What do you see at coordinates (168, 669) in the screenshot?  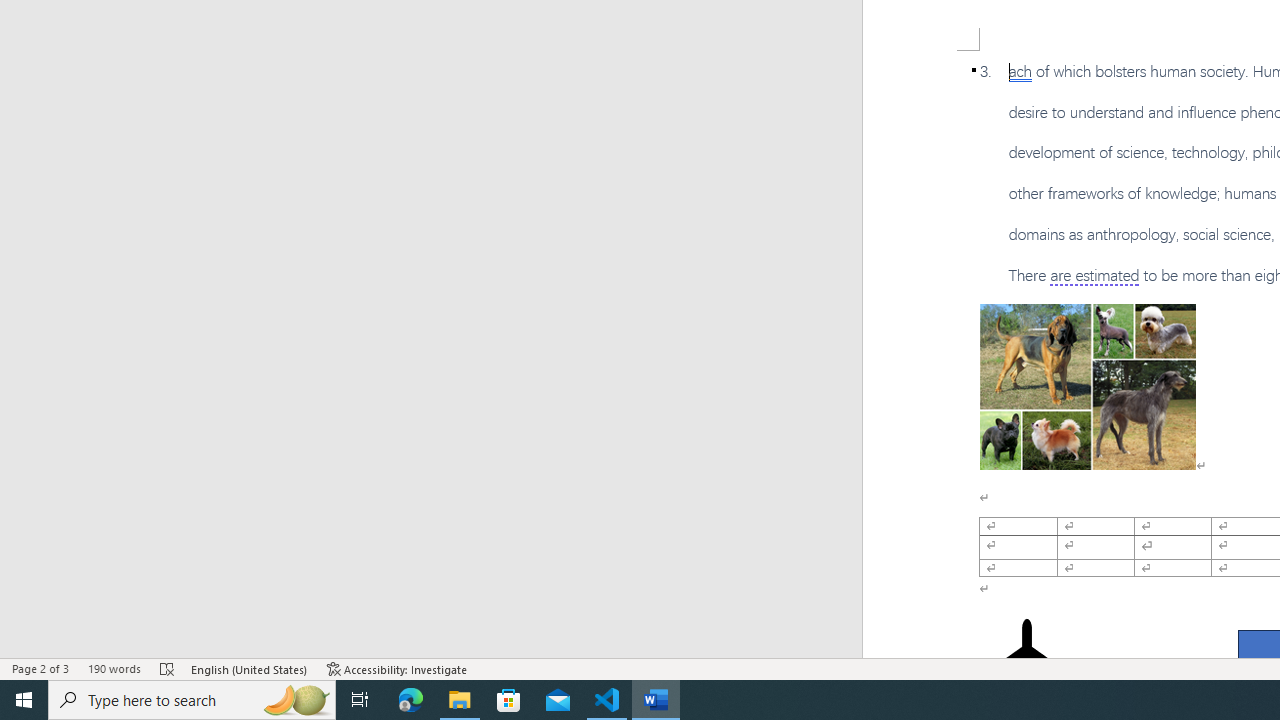 I see `'Spelling and Grammar Check Errors'` at bounding box center [168, 669].